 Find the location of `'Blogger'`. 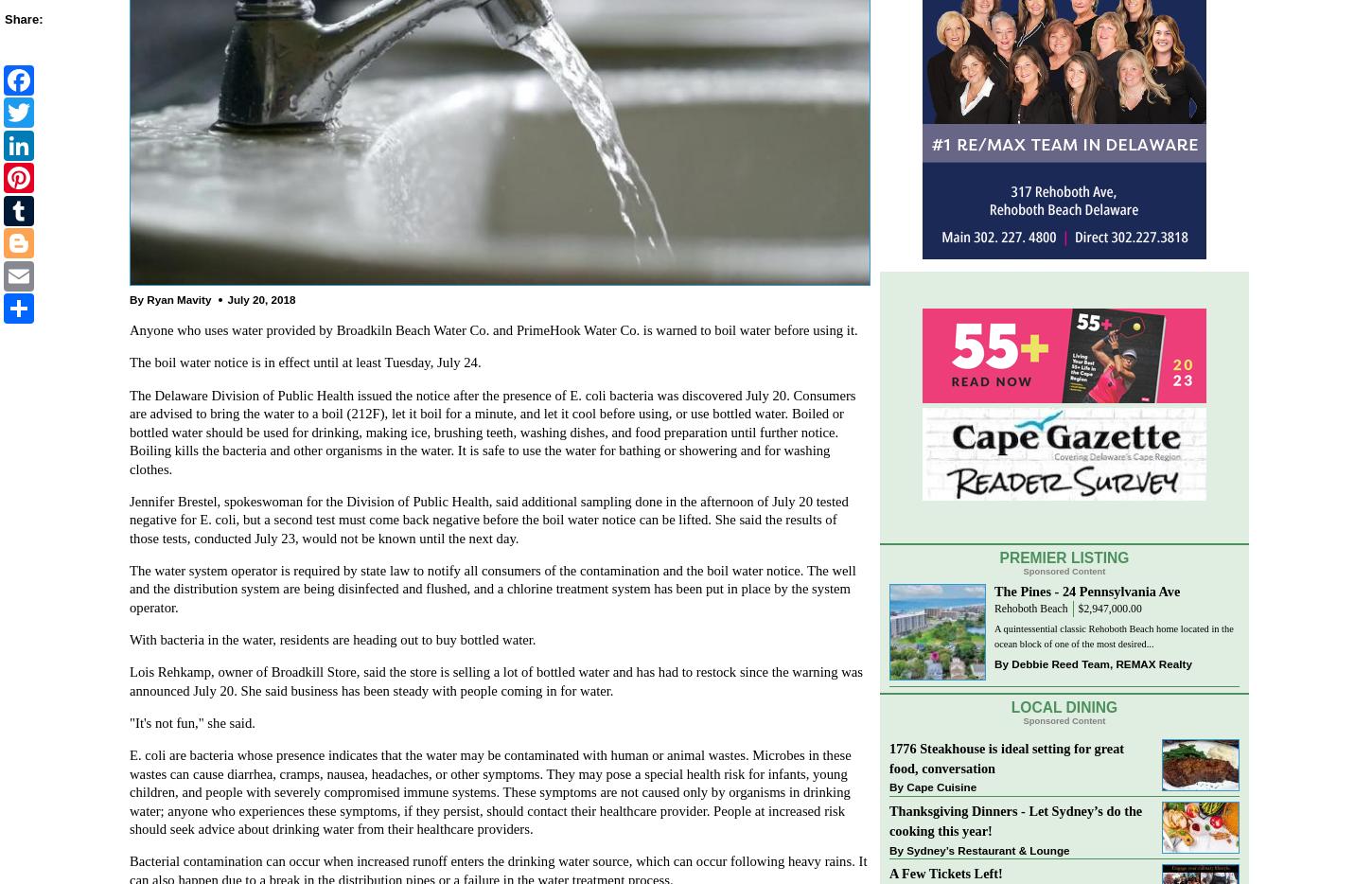

'Blogger' is located at coordinates (86, 239).